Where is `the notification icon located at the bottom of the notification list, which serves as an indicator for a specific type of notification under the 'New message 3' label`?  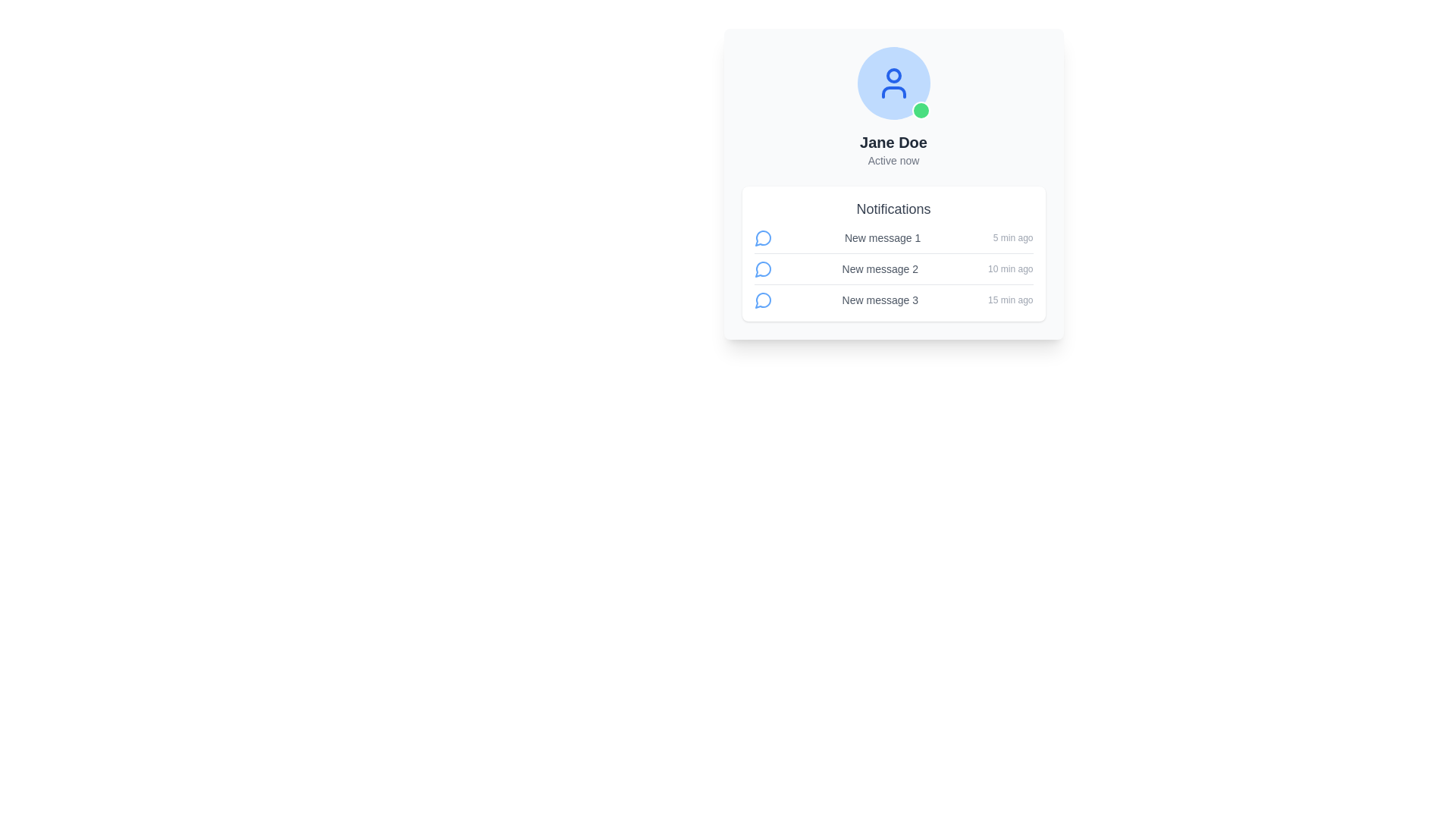
the notification icon located at the bottom of the notification list, which serves as an indicator for a specific type of notification under the 'New message 3' label is located at coordinates (763, 300).